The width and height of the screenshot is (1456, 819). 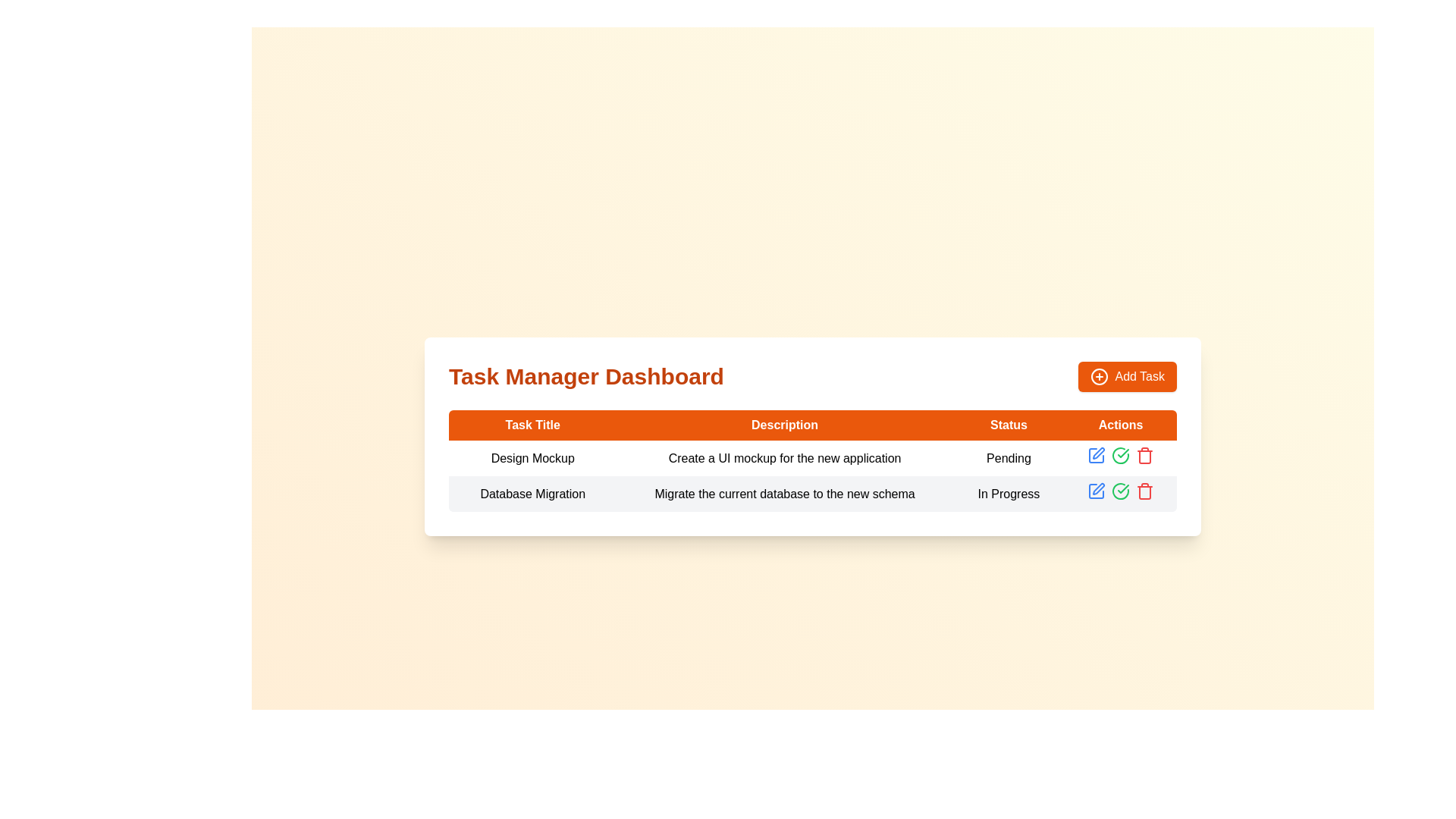 I want to click on the Table Header Label with bright orange background and white text that says 'Description' located in the second position of a horizontal row of four in the table header, so click(x=785, y=425).